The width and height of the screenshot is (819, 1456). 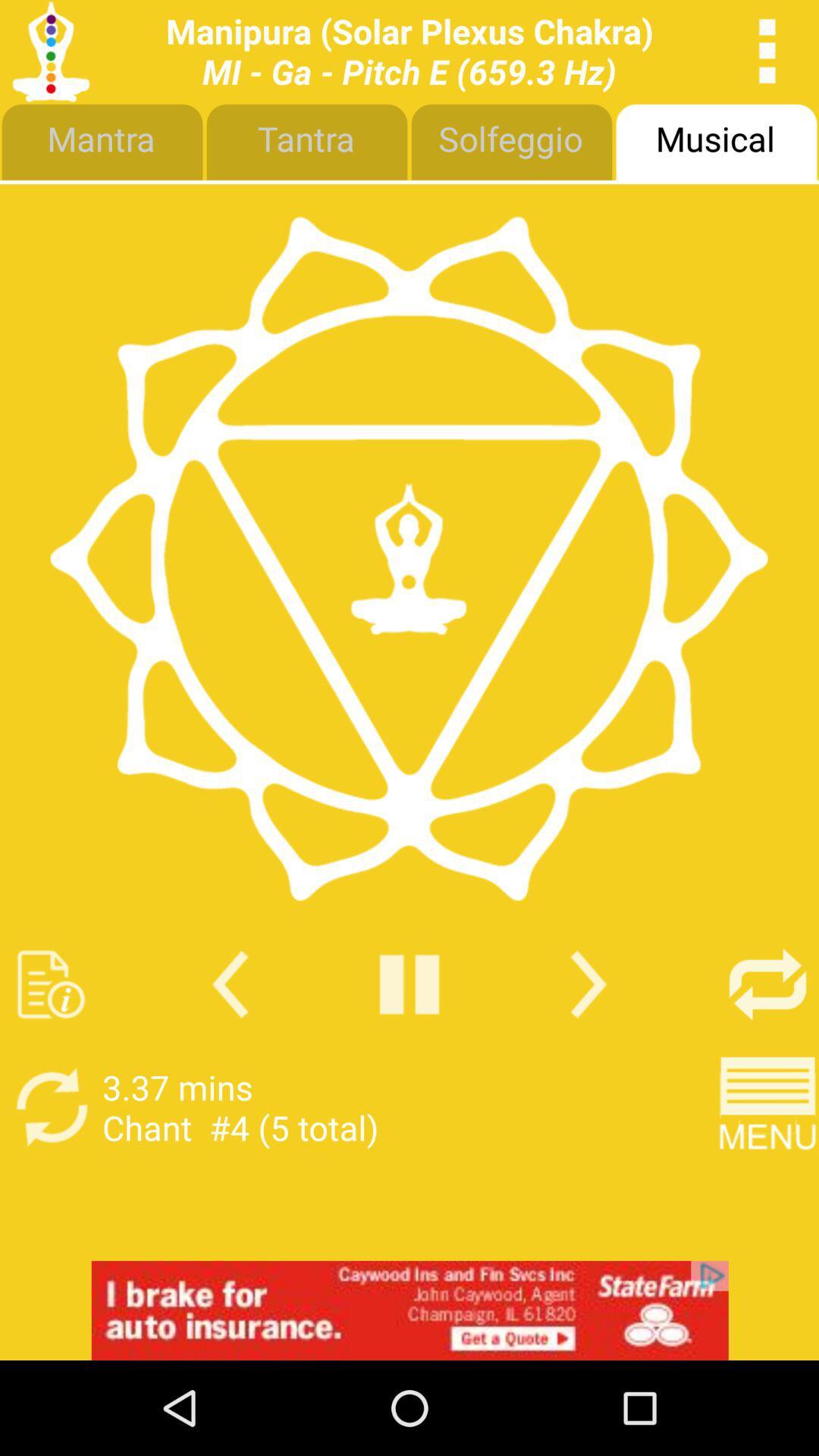 What do you see at coordinates (767, 51) in the screenshot?
I see `open options` at bounding box center [767, 51].